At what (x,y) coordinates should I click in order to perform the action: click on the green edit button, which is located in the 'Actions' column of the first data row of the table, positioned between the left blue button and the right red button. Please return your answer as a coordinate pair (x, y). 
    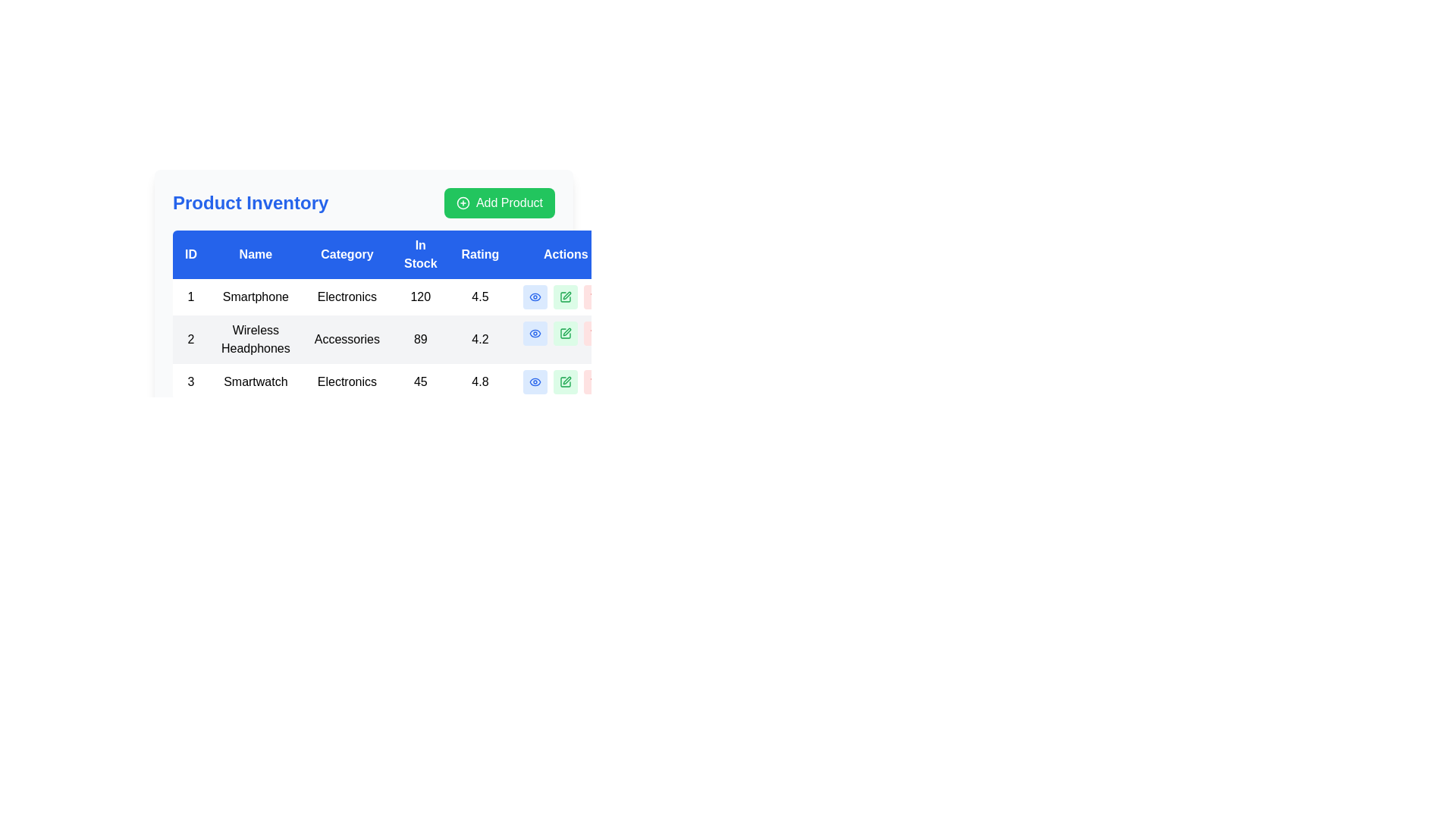
    Looking at the image, I should click on (565, 297).